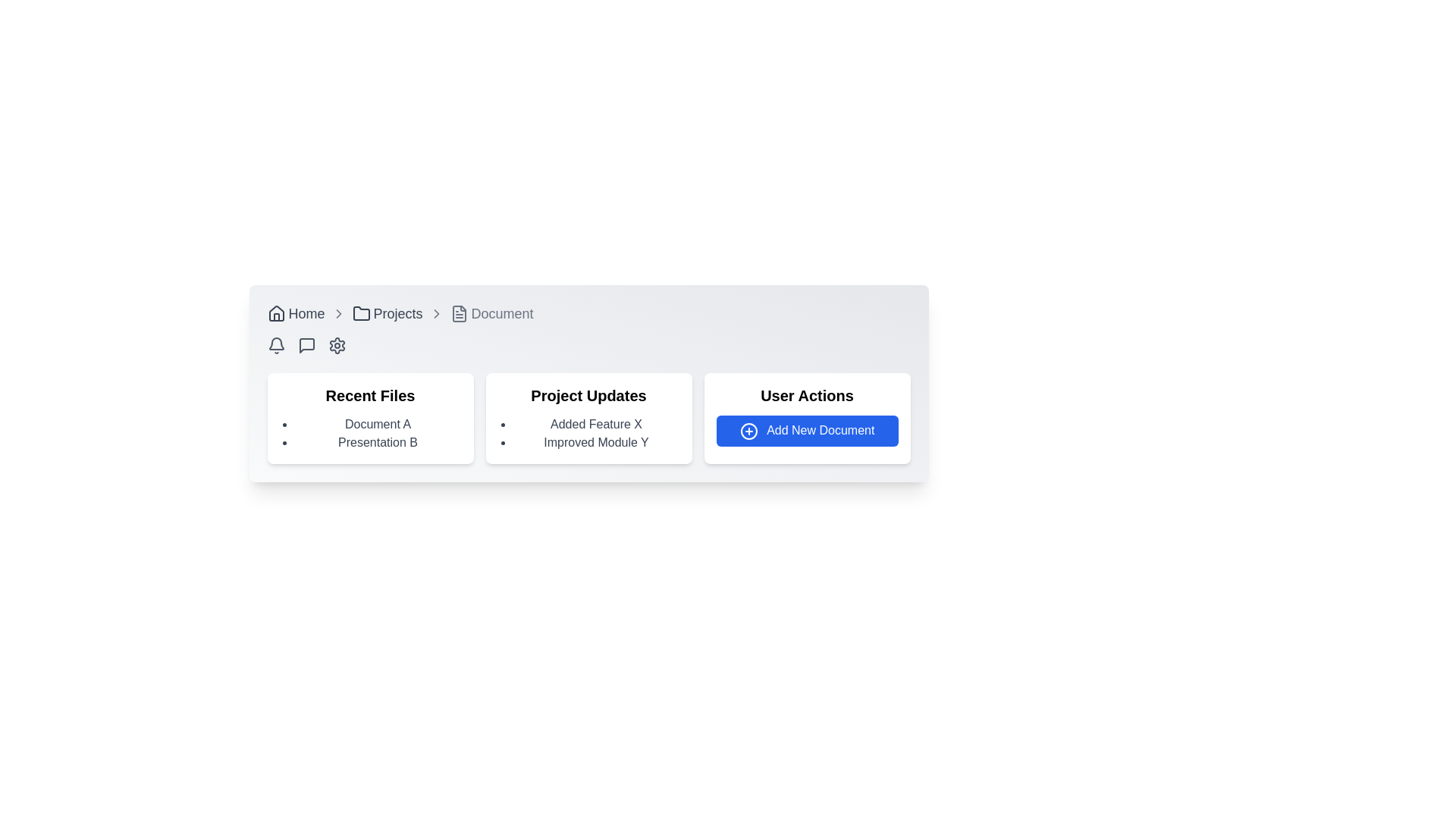 The image size is (1456, 819). What do you see at coordinates (458, 312) in the screenshot?
I see `the 'Document' icon in the breadcrumb trail located in the top navigation bar, which helps users identify or navigate to the document-related section` at bounding box center [458, 312].